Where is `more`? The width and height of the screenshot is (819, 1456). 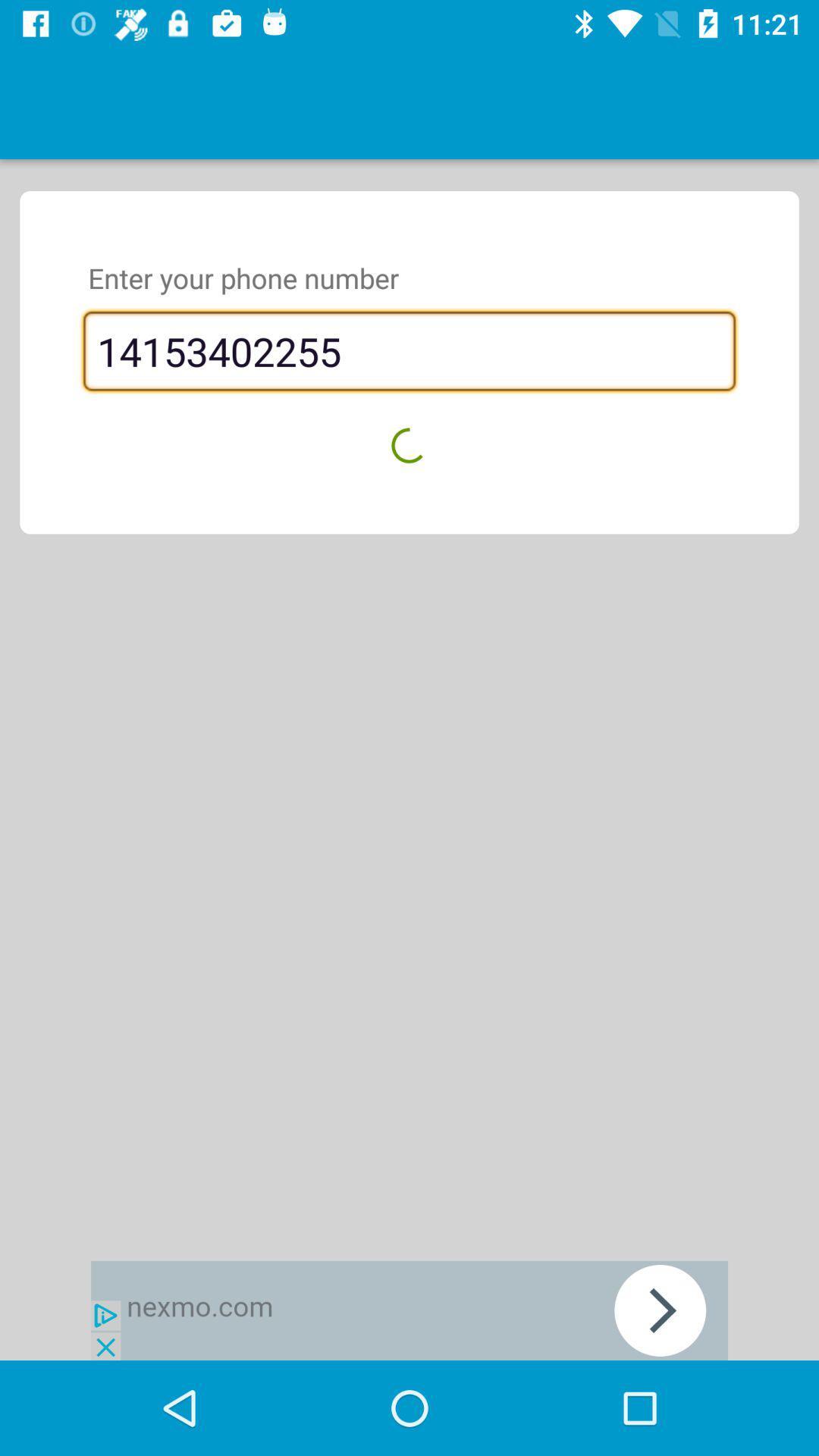
more is located at coordinates (409, 1310).